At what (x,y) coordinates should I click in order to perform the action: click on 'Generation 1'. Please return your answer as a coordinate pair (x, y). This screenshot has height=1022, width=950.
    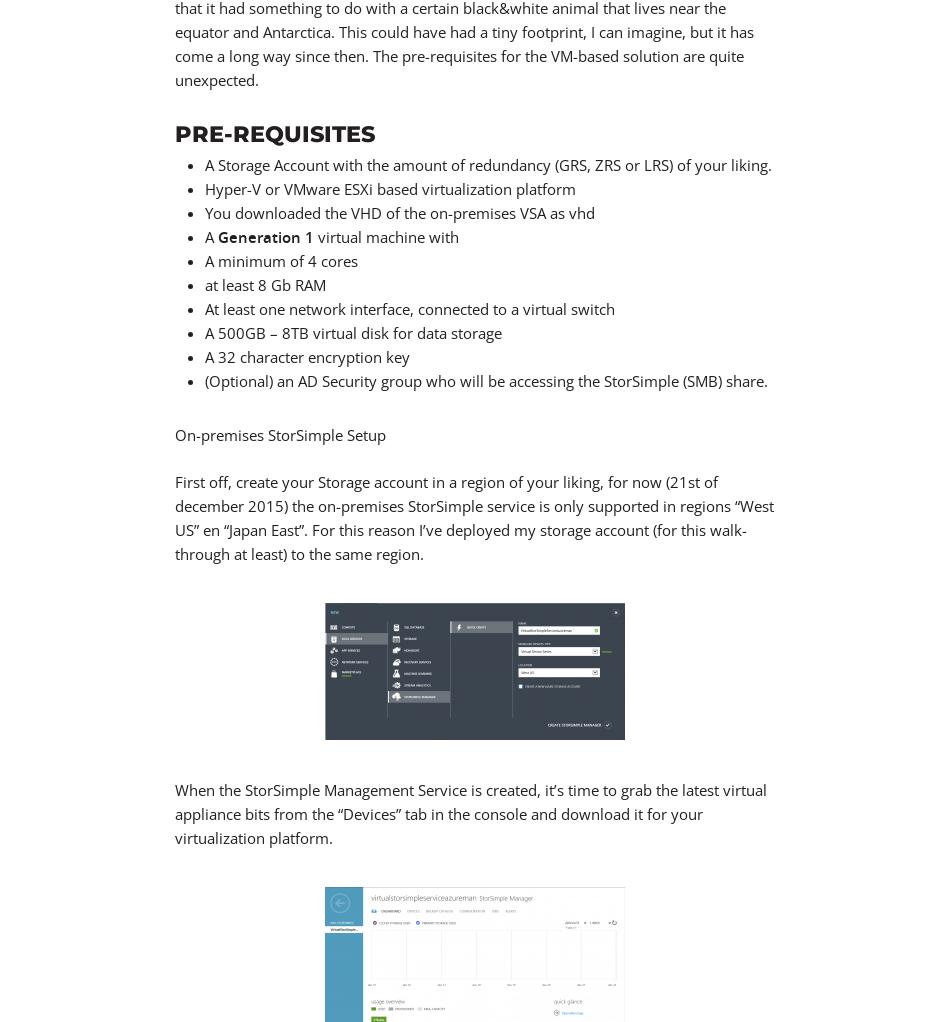
    Looking at the image, I should click on (218, 236).